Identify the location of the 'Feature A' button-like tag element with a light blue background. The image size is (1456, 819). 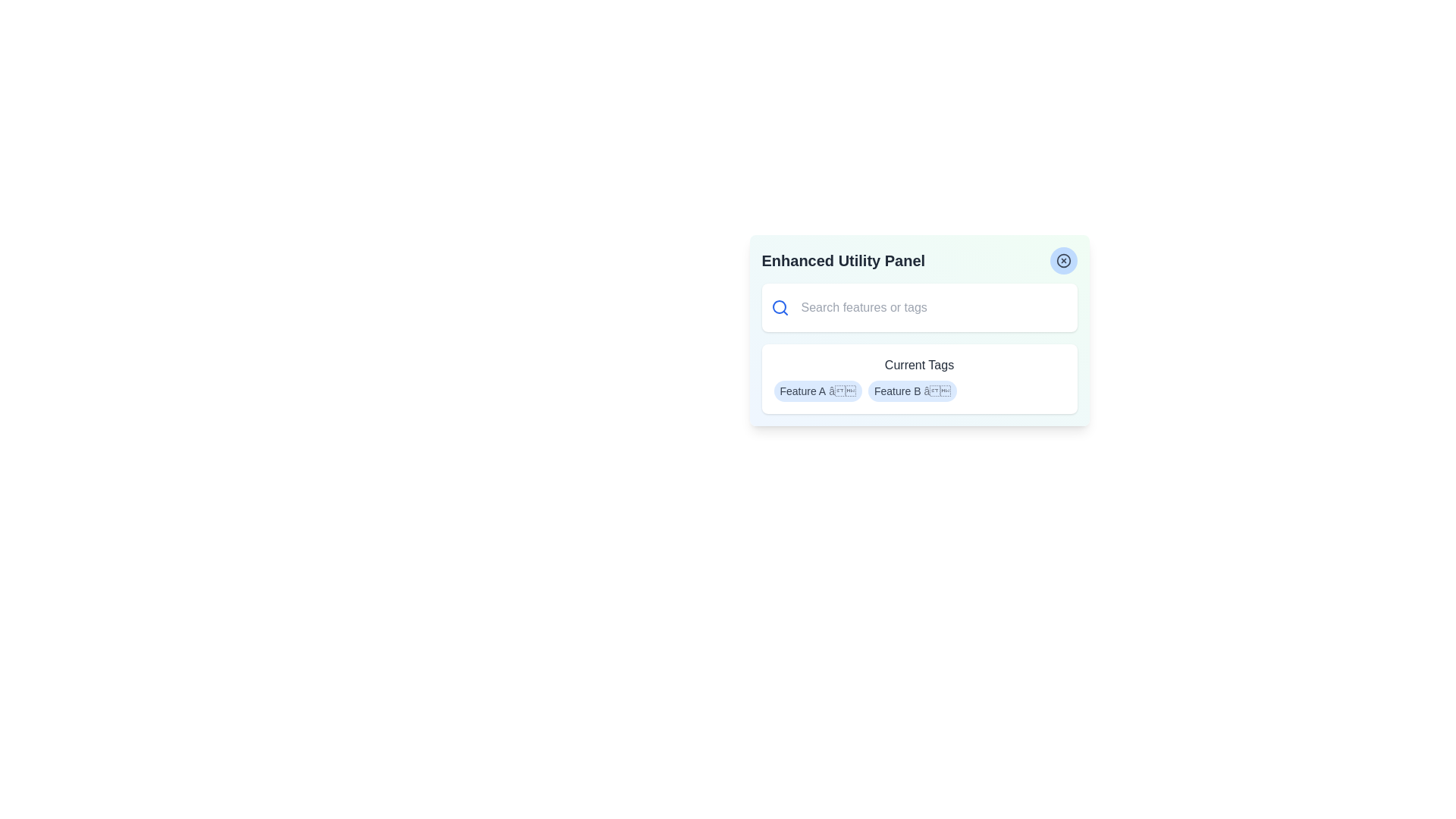
(817, 391).